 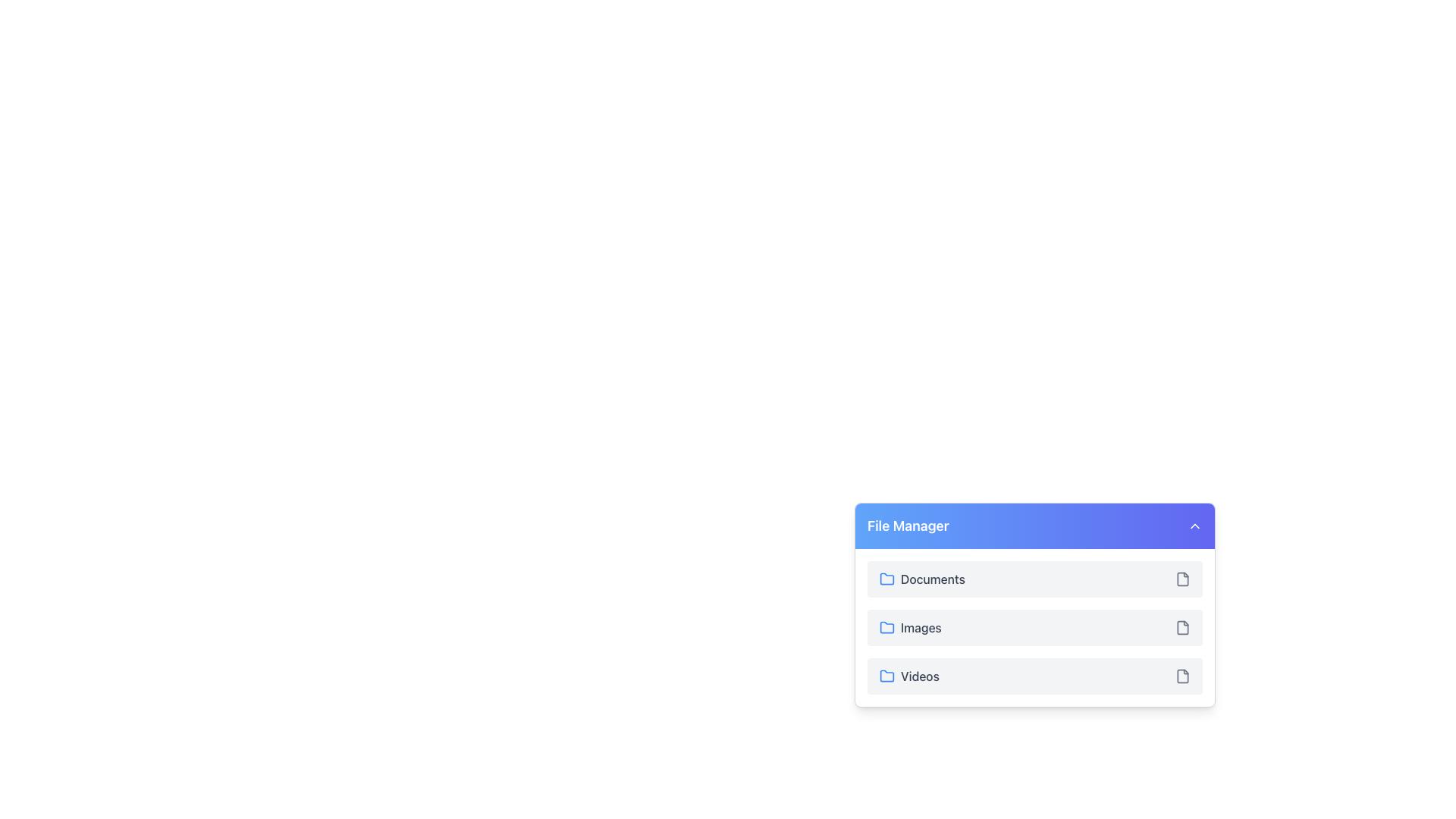 I want to click on the second row labeled 'Images' in the file manager interface, so click(x=1034, y=628).